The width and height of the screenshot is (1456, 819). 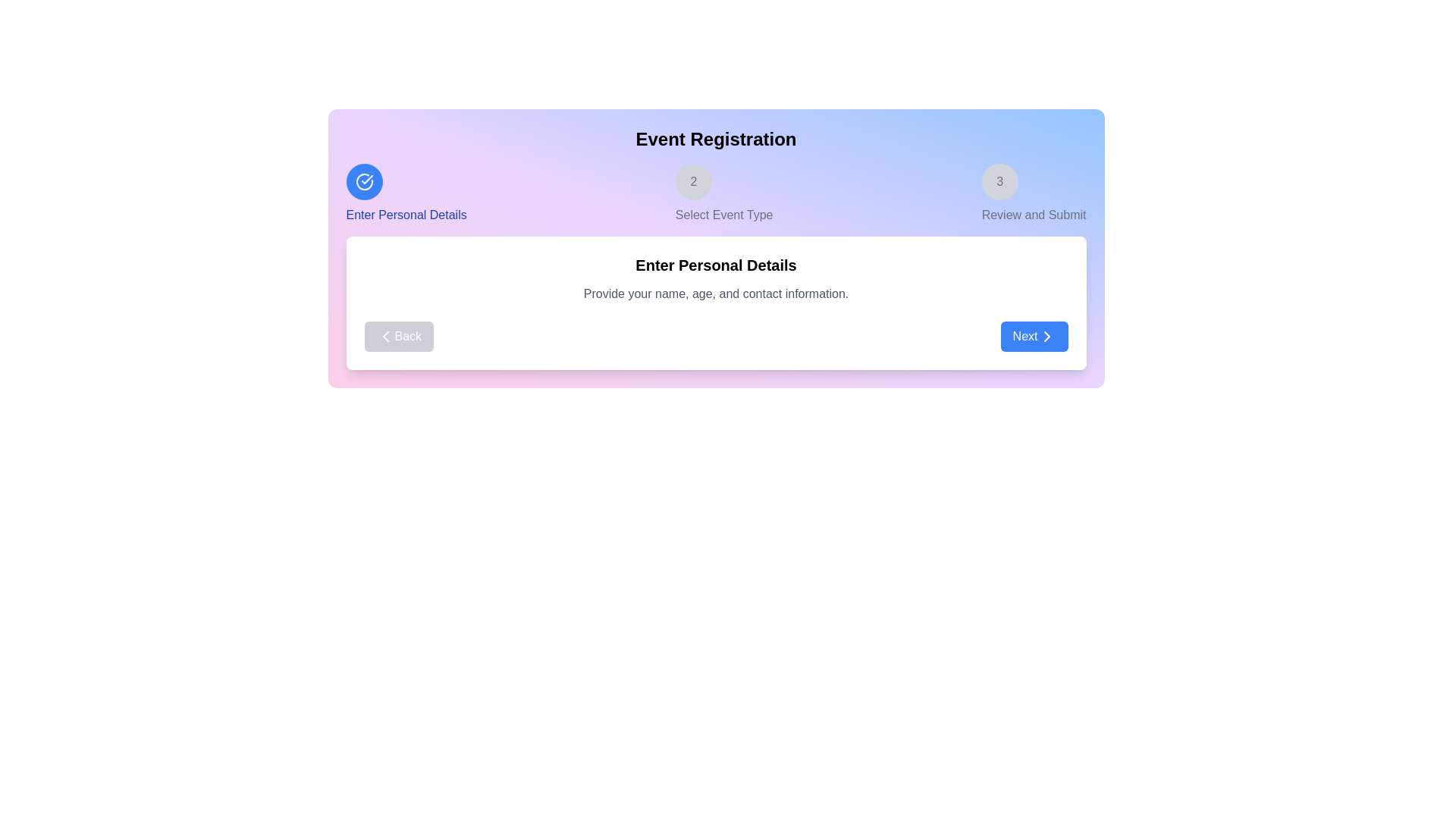 What do you see at coordinates (1033, 335) in the screenshot?
I see `the 'Next' button to proceed to the next step in the registration process` at bounding box center [1033, 335].